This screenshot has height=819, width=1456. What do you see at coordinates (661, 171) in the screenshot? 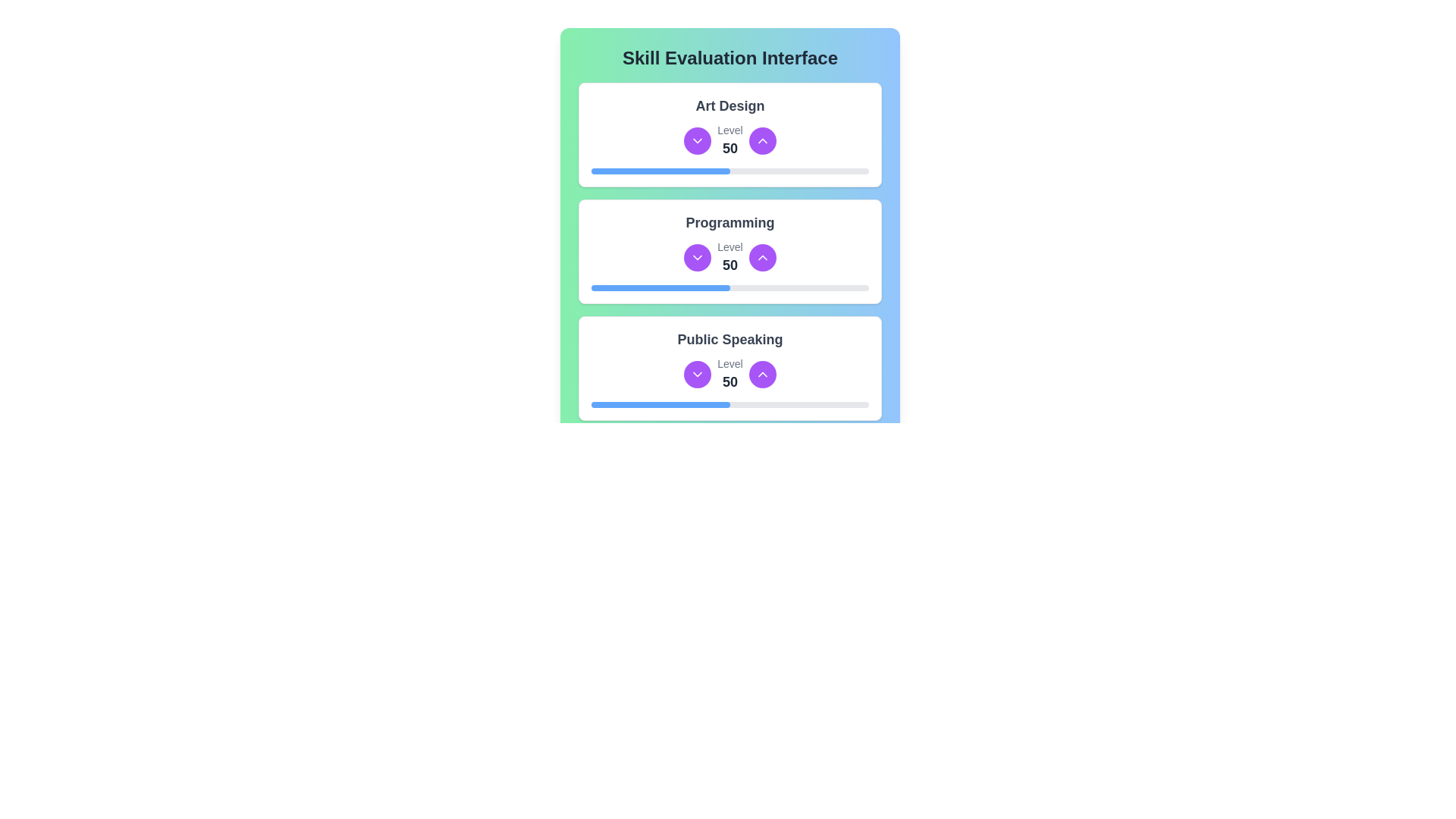
I see `the progress bar fill indicating 50% completion for the 'Art Design' skill in the Skill Evaluation Interface` at bounding box center [661, 171].